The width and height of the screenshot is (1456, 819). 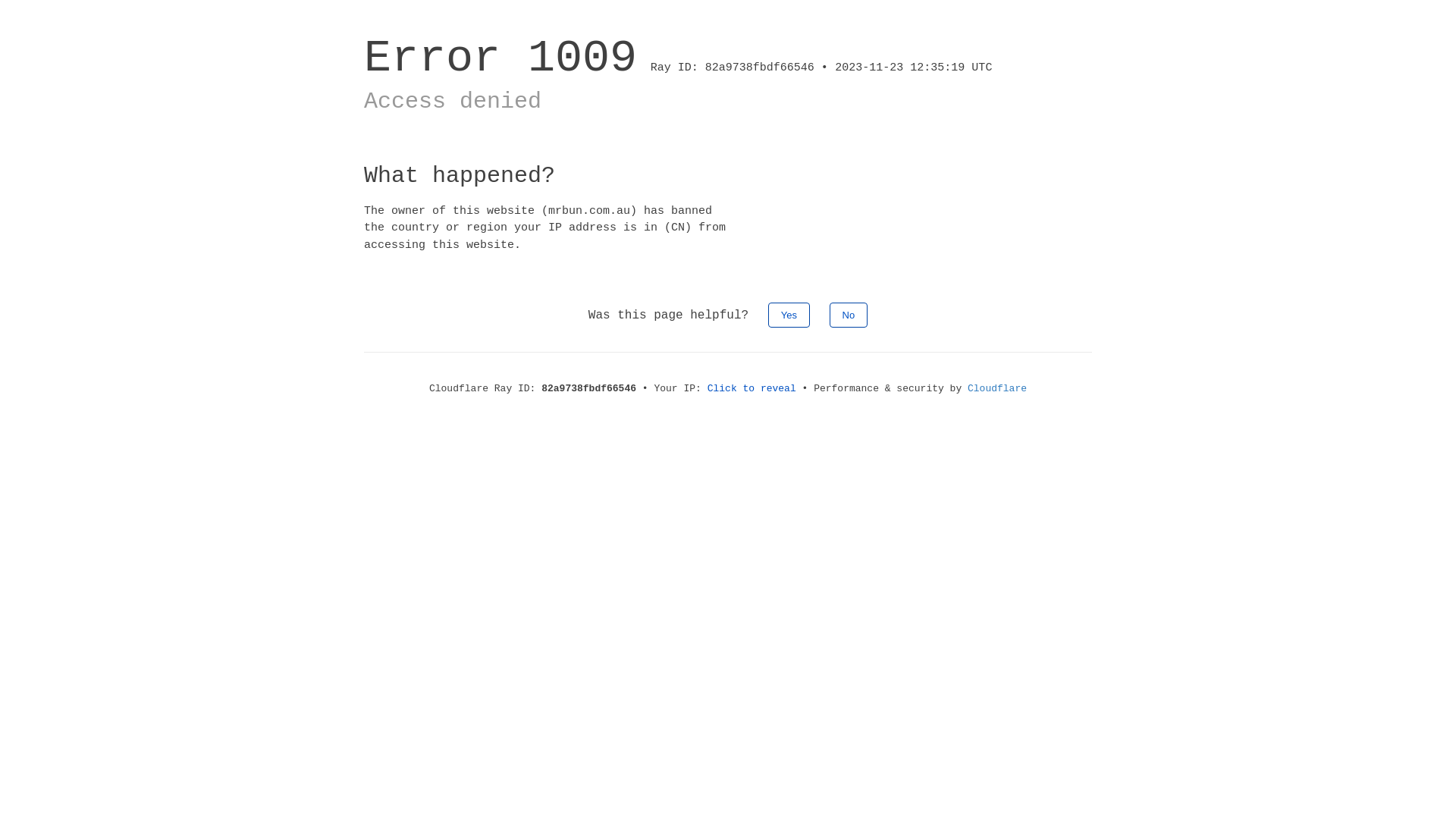 I want to click on 'No', so click(x=848, y=314).